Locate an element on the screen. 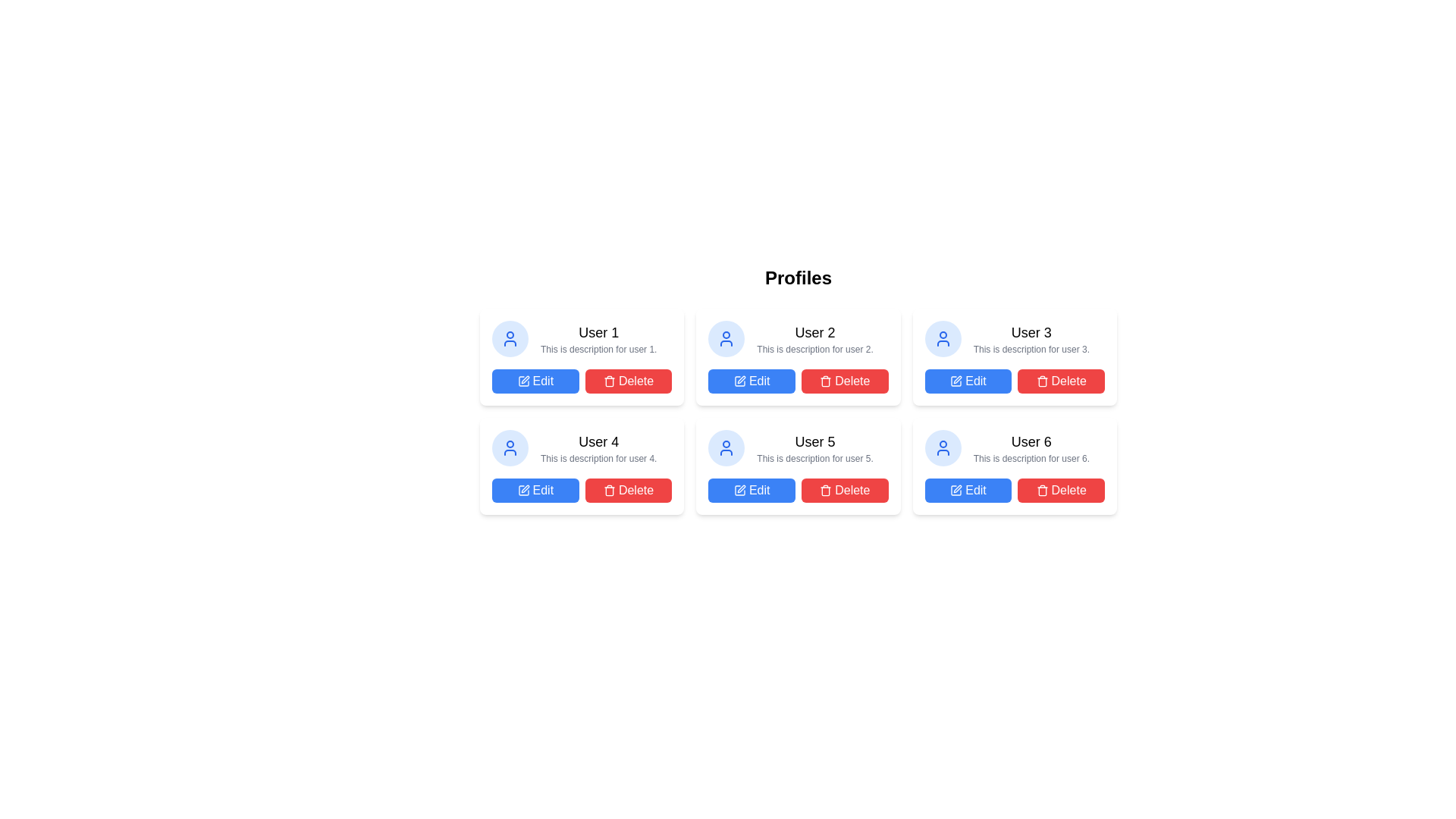 The width and height of the screenshot is (1456, 819). the 'User 1' text label which is displayed in bold font and situated in the first profile card in the top left of the grid layout is located at coordinates (598, 332).